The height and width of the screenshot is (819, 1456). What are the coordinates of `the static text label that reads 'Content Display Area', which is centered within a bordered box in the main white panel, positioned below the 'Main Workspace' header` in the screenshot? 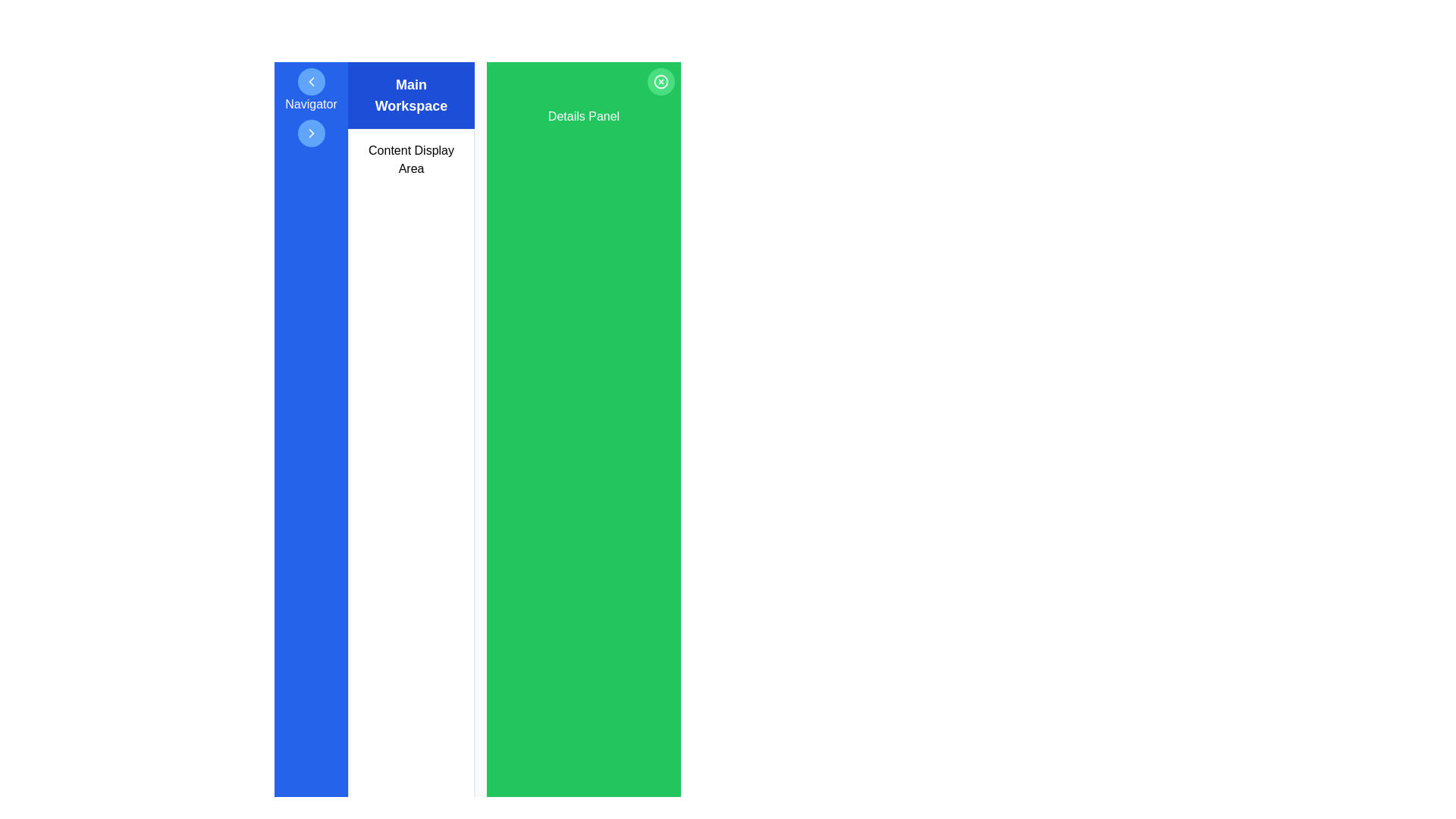 It's located at (411, 160).